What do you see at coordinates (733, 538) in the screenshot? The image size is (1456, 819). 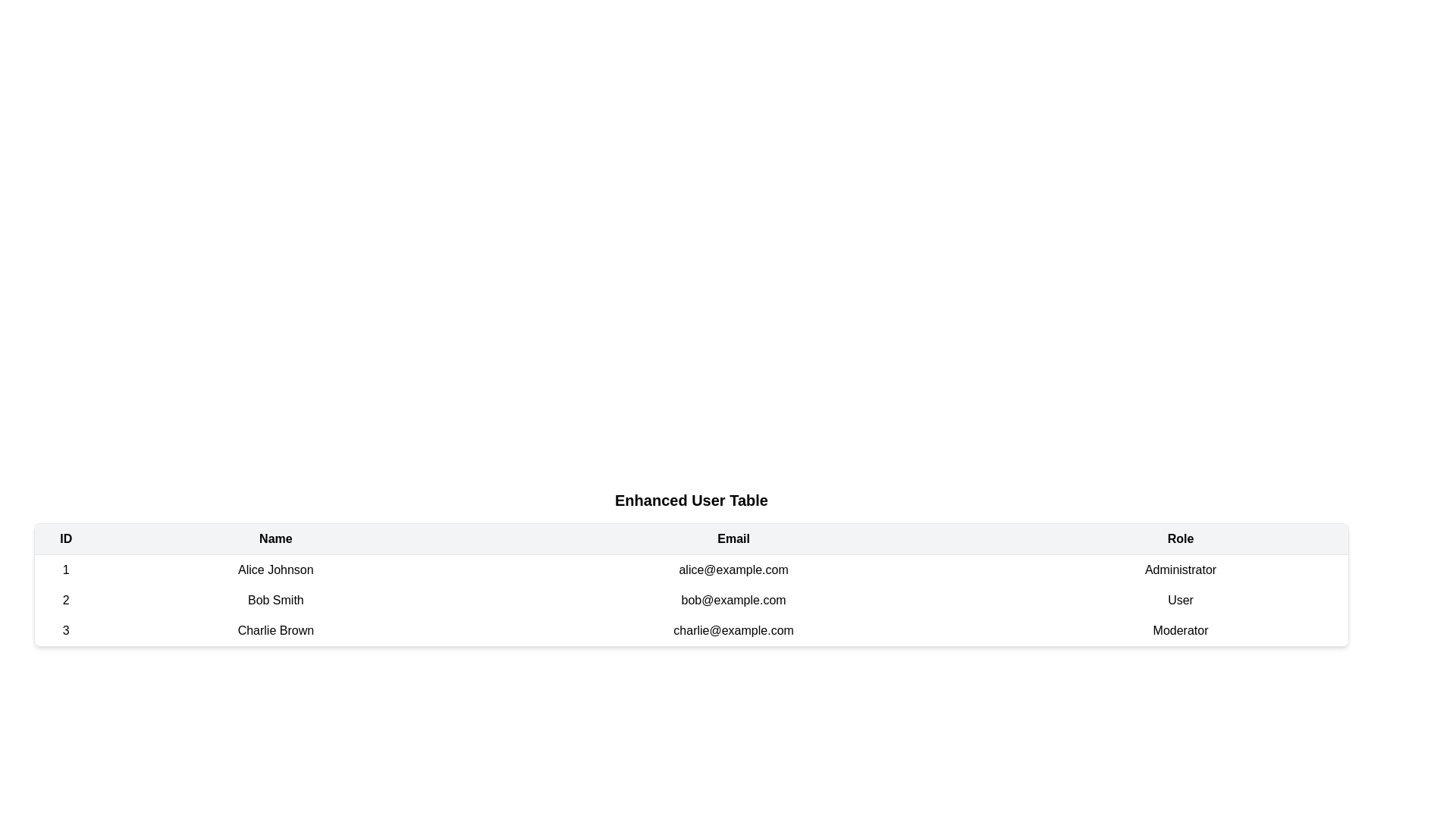 I see `the 'Email' text label, which is a bold, dark font displayed in a light gray rectangular background and is the third header in the table` at bounding box center [733, 538].